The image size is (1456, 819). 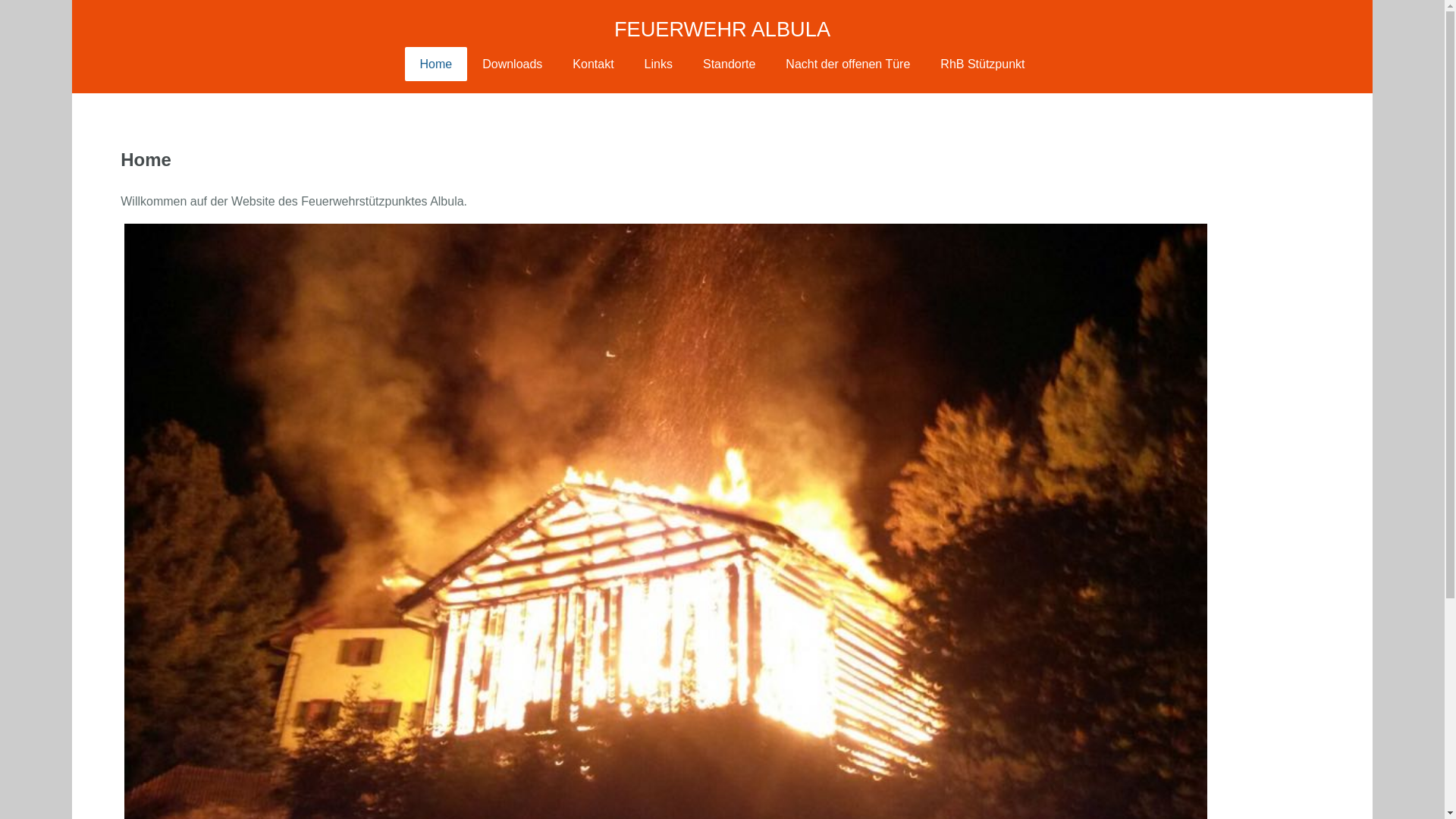 What do you see at coordinates (512, 63) in the screenshot?
I see `'Downloads'` at bounding box center [512, 63].